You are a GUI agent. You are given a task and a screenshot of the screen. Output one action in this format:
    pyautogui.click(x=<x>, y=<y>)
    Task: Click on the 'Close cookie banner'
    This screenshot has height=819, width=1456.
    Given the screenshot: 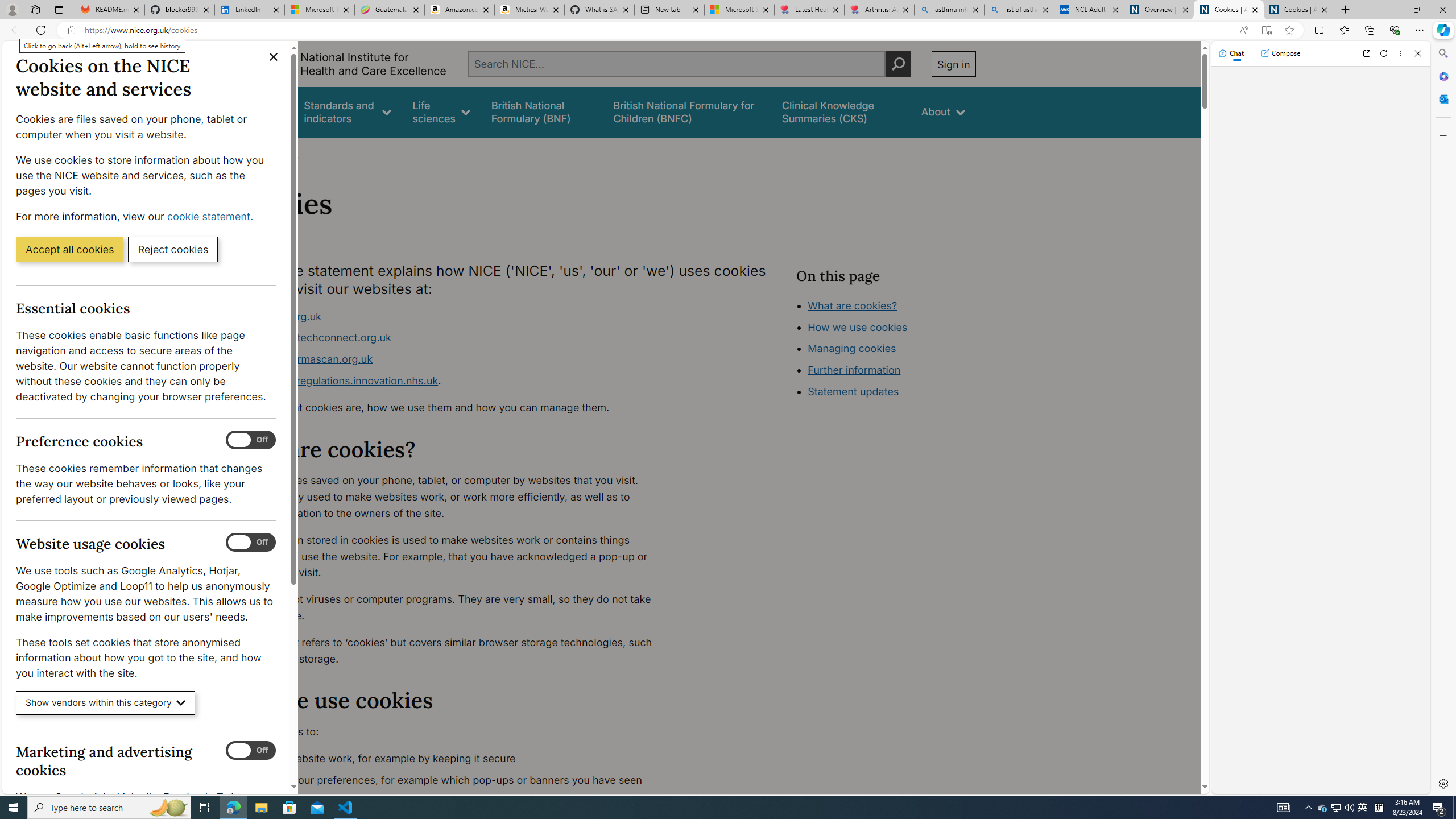 What is the action you would take?
    pyautogui.click(x=274, y=56)
    